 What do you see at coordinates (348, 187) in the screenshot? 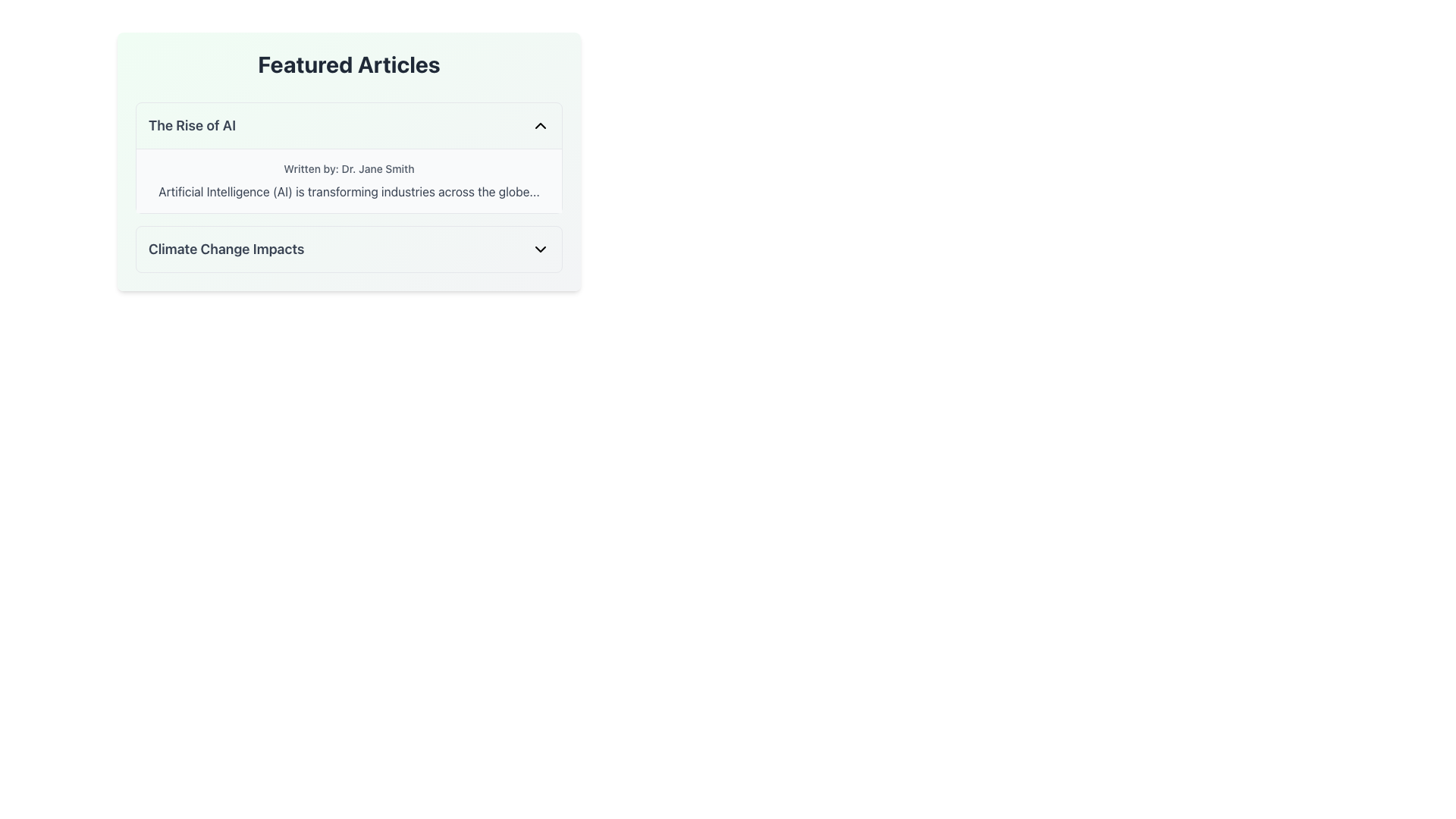
I see `the text content preview block for the article about Artificial Intelligence, located under the 'Featured Articles' heading in a card layout` at bounding box center [348, 187].